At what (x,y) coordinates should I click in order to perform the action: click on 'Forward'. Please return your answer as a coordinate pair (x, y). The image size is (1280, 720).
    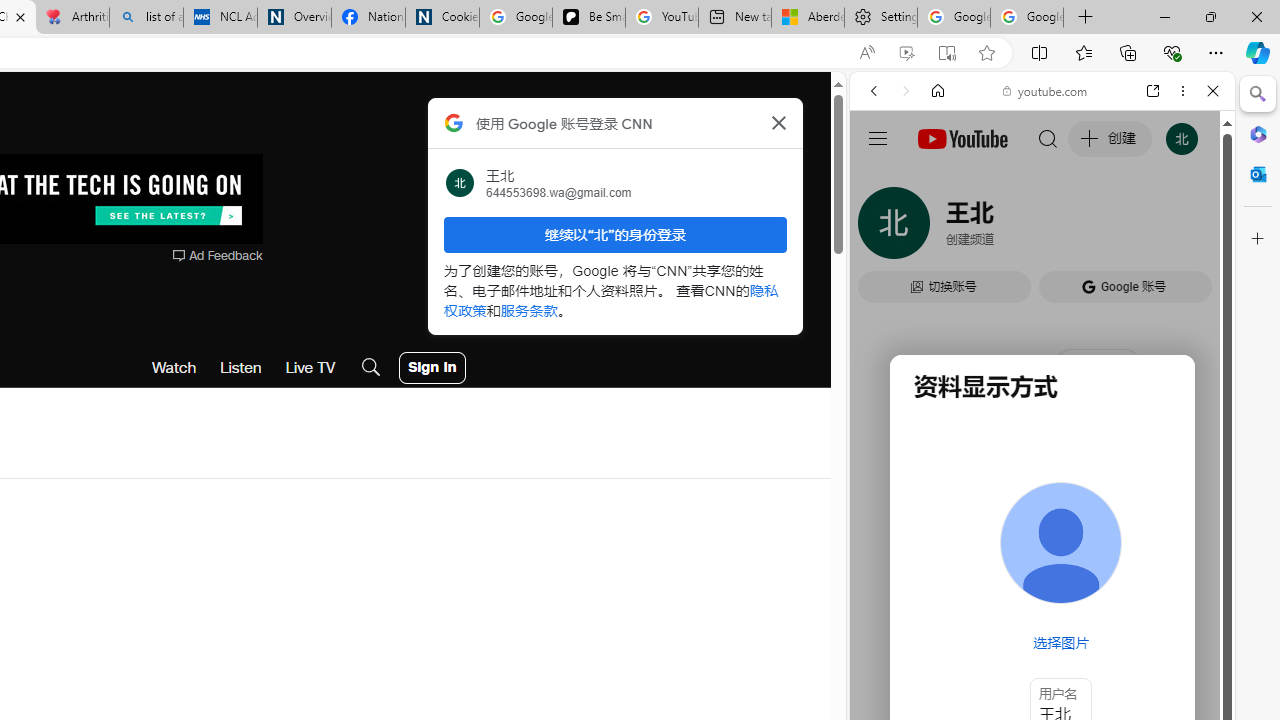
    Looking at the image, I should click on (905, 91).